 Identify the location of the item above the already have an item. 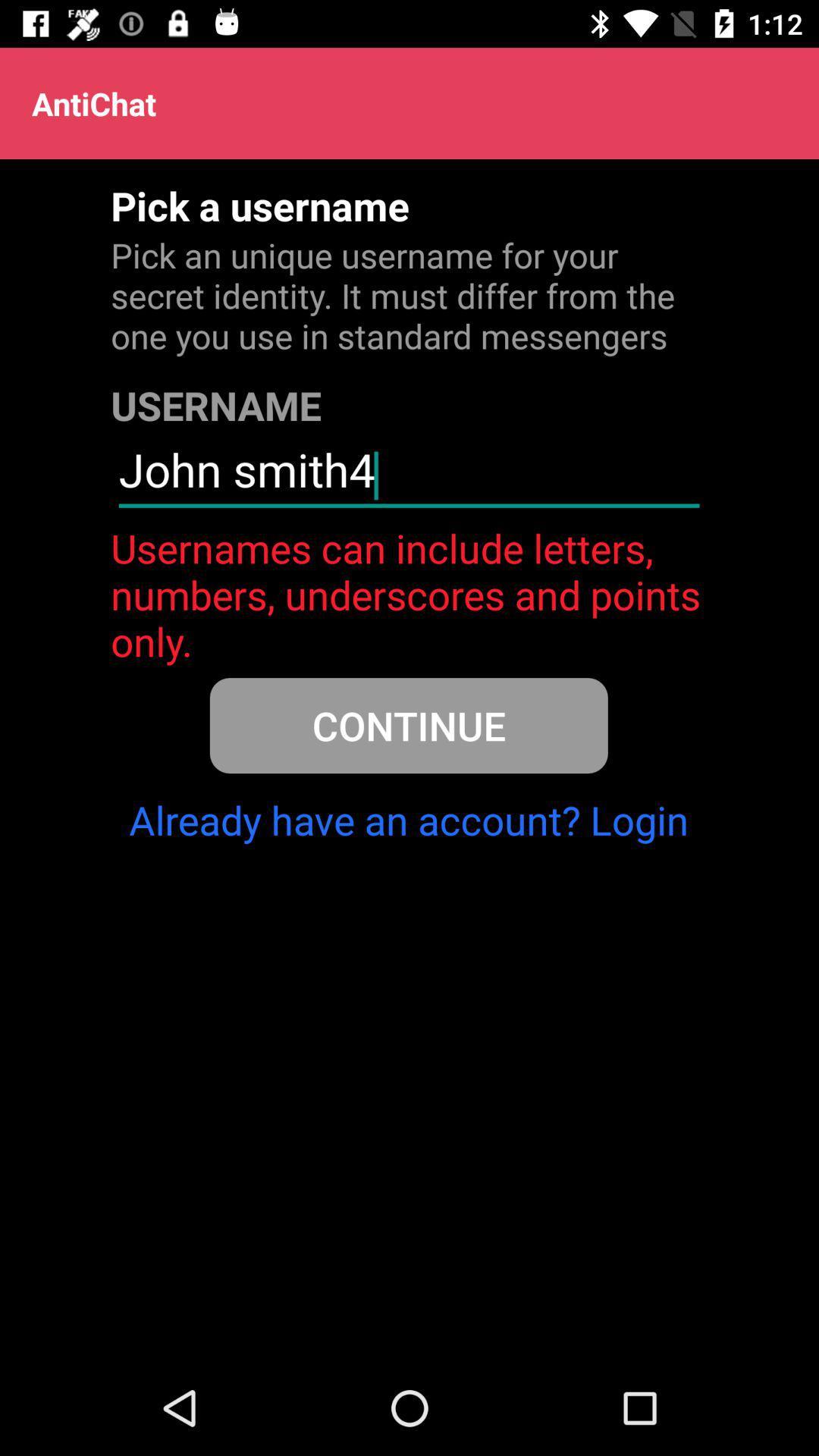
(408, 724).